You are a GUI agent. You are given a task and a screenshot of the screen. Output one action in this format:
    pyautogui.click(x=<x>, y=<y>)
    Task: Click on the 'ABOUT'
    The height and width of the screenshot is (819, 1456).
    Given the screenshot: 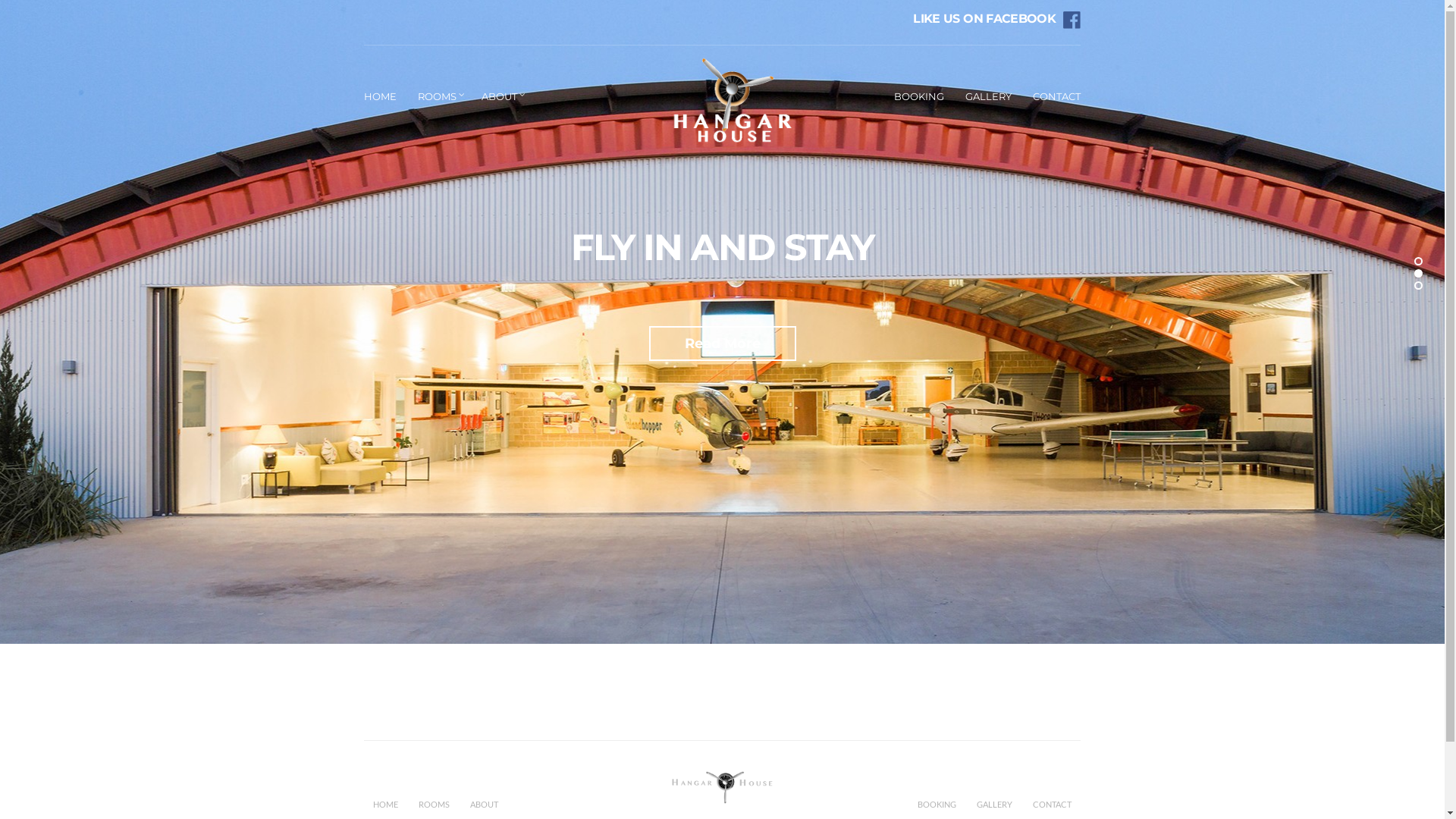 What is the action you would take?
    pyautogui.click(x=501, y=99)
    